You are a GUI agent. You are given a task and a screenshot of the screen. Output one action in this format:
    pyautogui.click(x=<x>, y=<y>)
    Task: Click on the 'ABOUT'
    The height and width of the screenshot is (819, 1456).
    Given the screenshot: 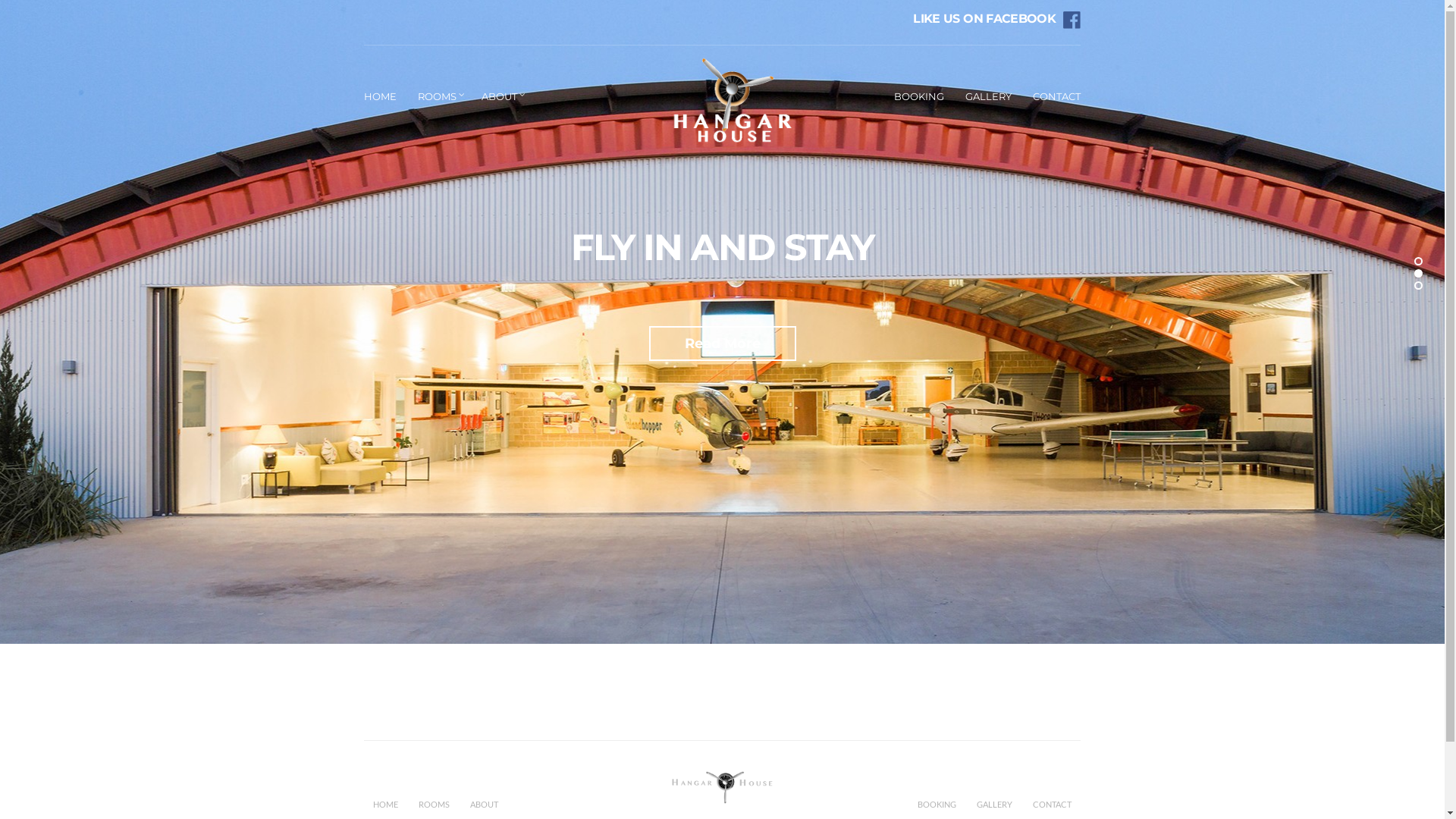 What is the action you would take?
    pyautogui.click(x=501, y=99)
    